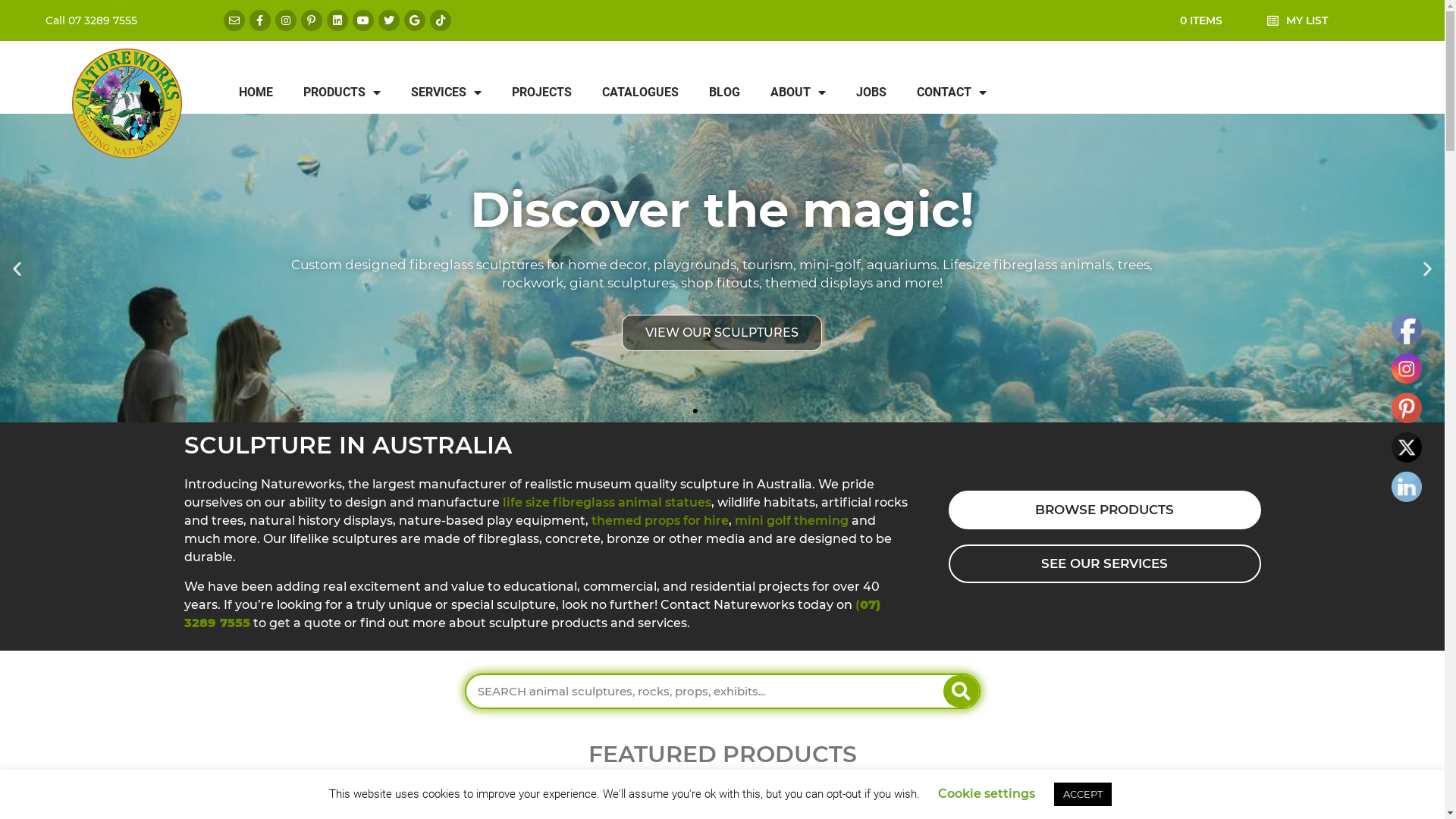  What do you see at coordinates (640, 93) in the screenshot?
I see `'CATALOGUES'` at bounding box center [640, 93].